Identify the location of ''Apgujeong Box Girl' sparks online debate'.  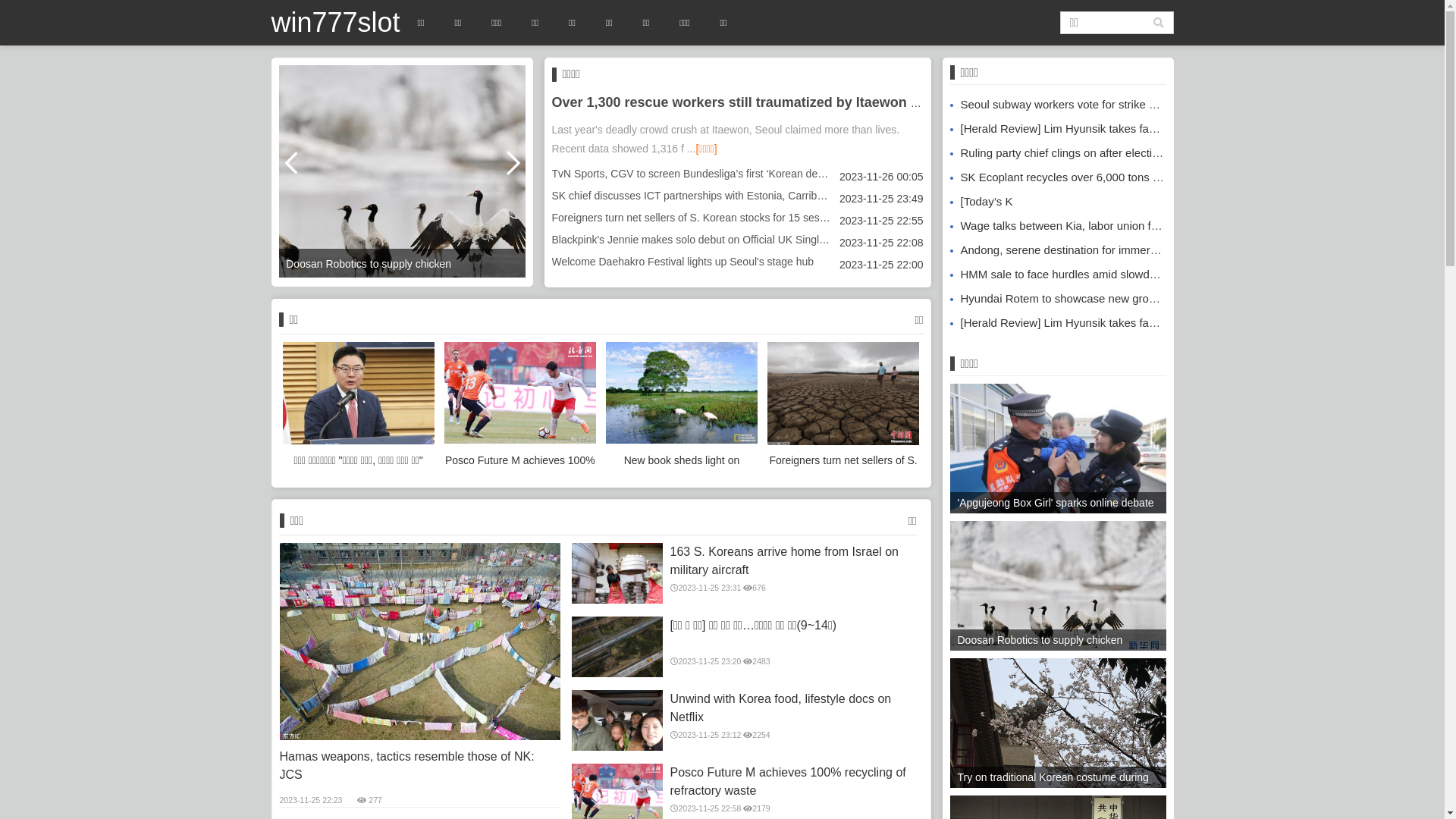
(1056, 455).